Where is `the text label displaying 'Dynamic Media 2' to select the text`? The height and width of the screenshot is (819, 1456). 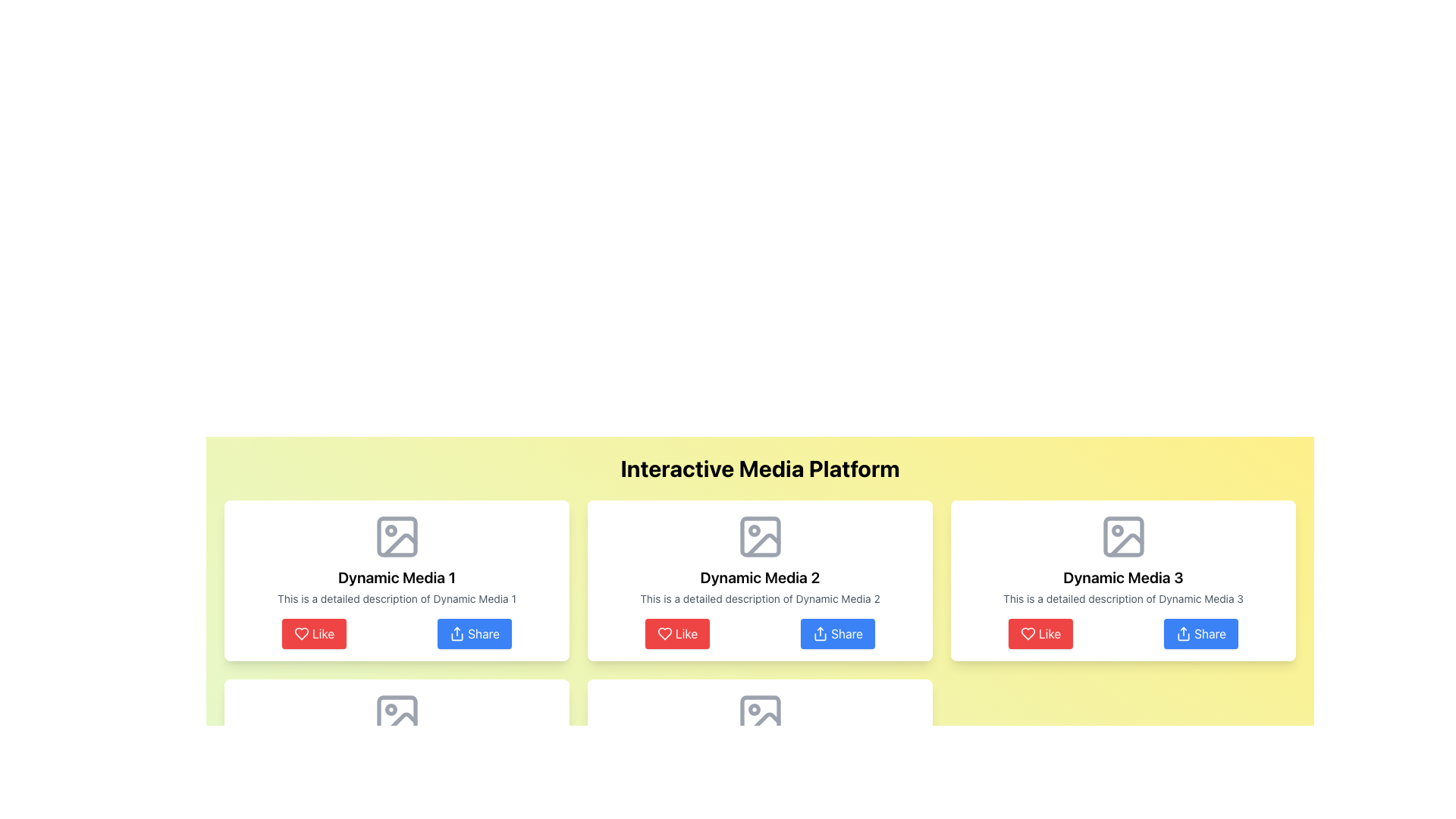 the text label displaying 'Dynamic Media 2' to select the text is located at coordinates (760, 578).